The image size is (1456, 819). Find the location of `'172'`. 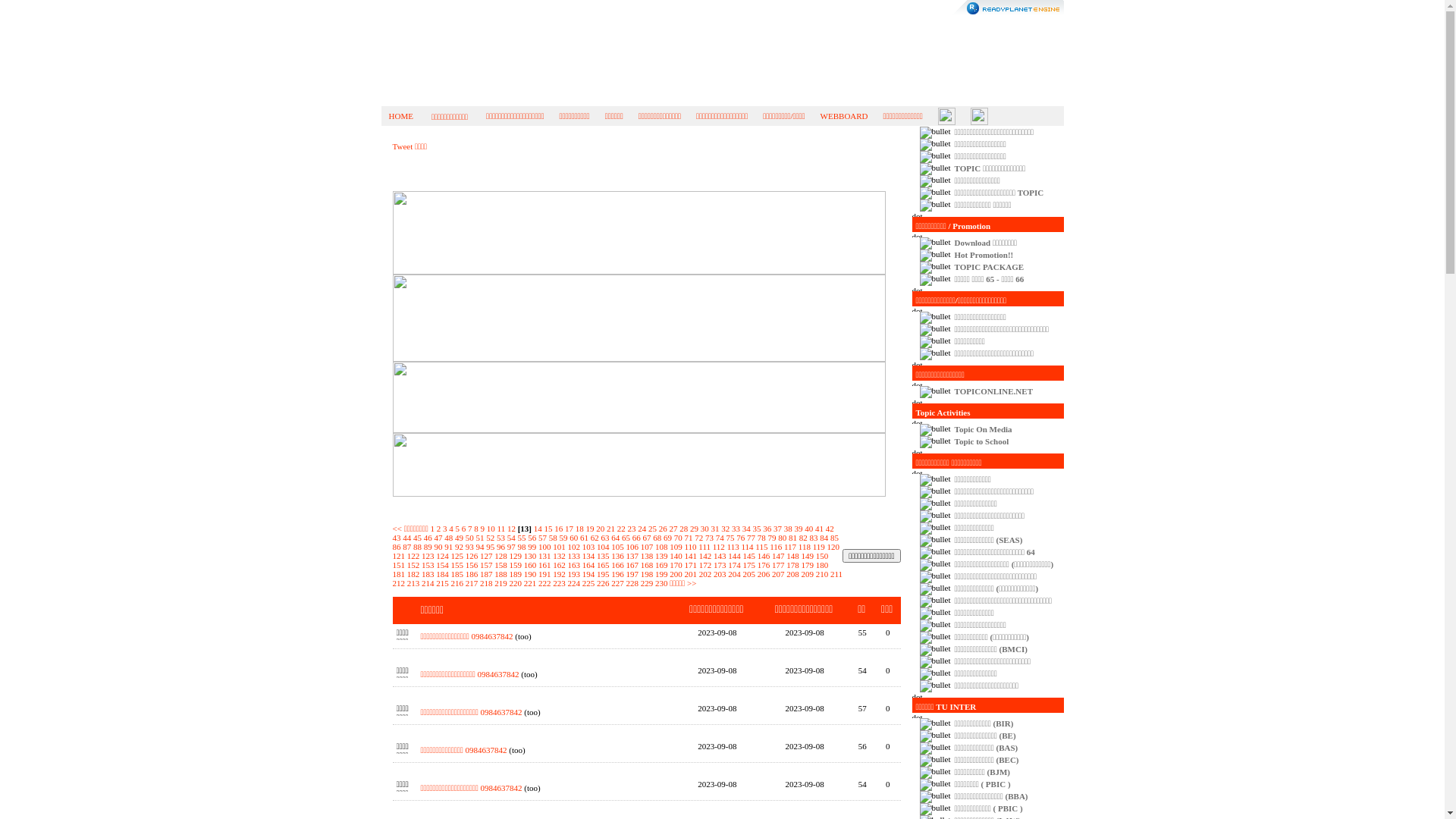

'172' is located at coordinates (704, 564).